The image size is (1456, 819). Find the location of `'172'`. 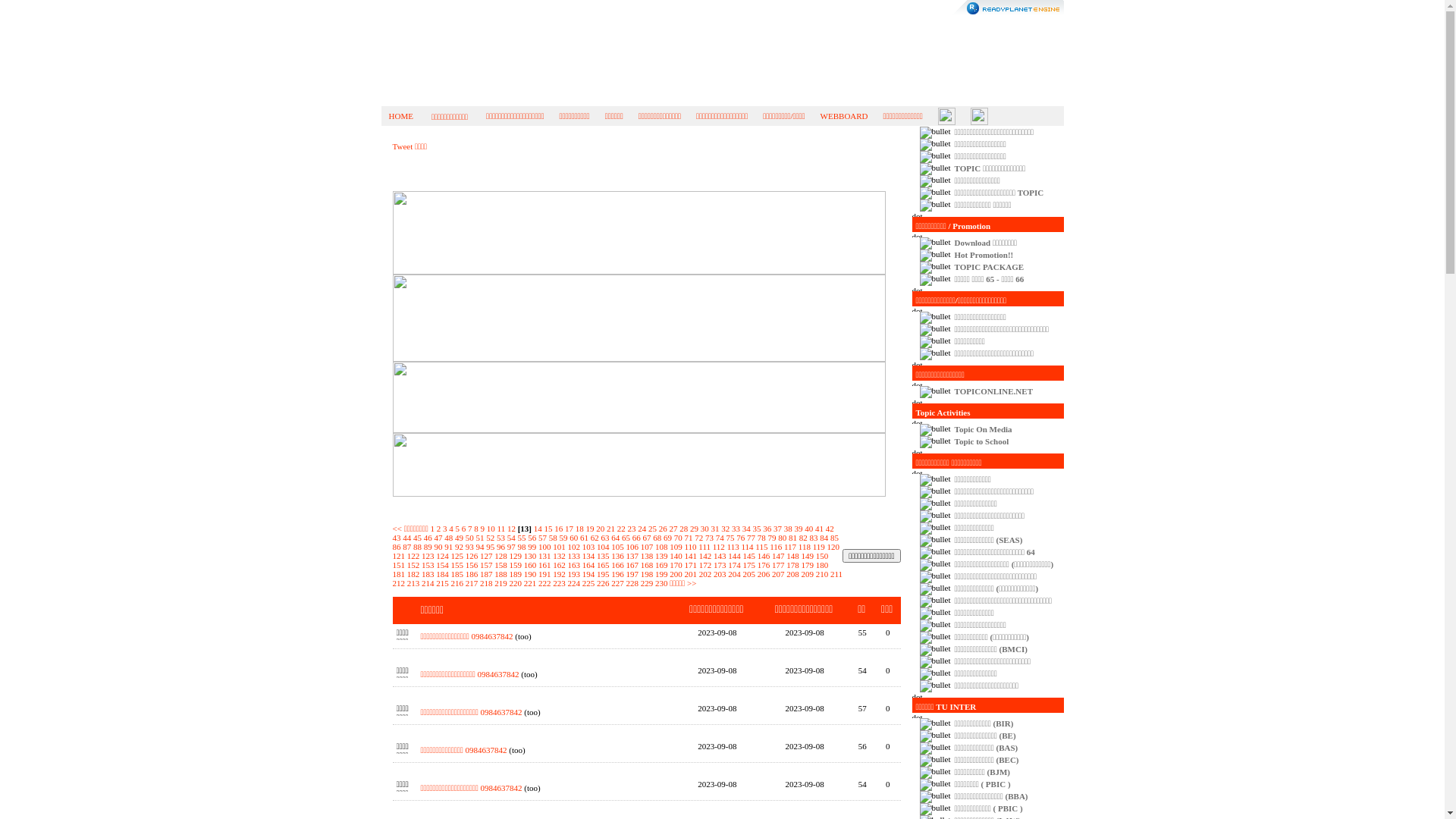

'172' is located at coordinates (704, 564).